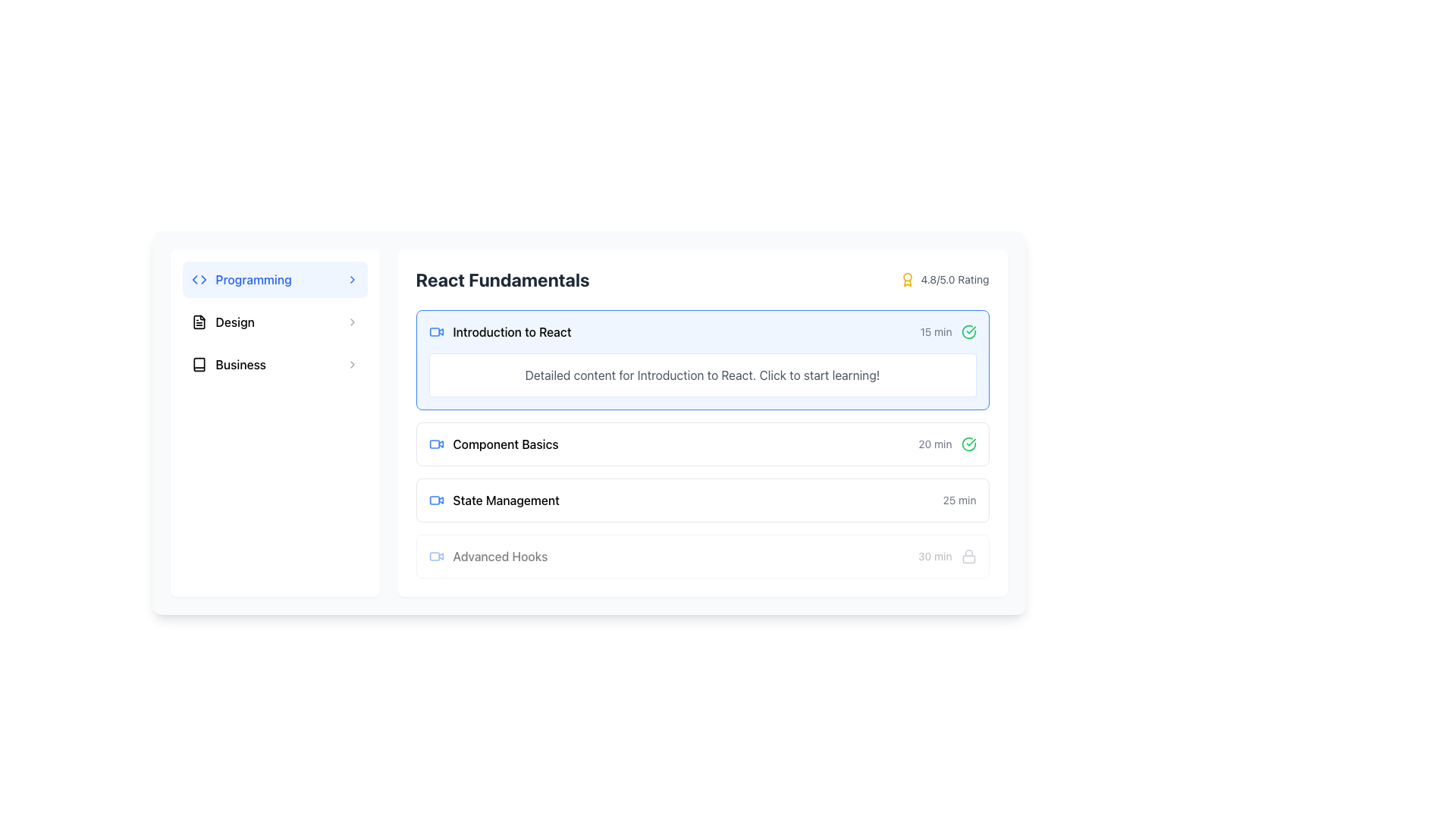 The width and height of the screenshot is (1456, 819). Describe the element at coordinates (351, 365) in the screenshot. I see `the right-facing chevron icon, which is grayish in color and positioned at the end of the 'Business' option row, indicating further navigation or expansion` at that location.